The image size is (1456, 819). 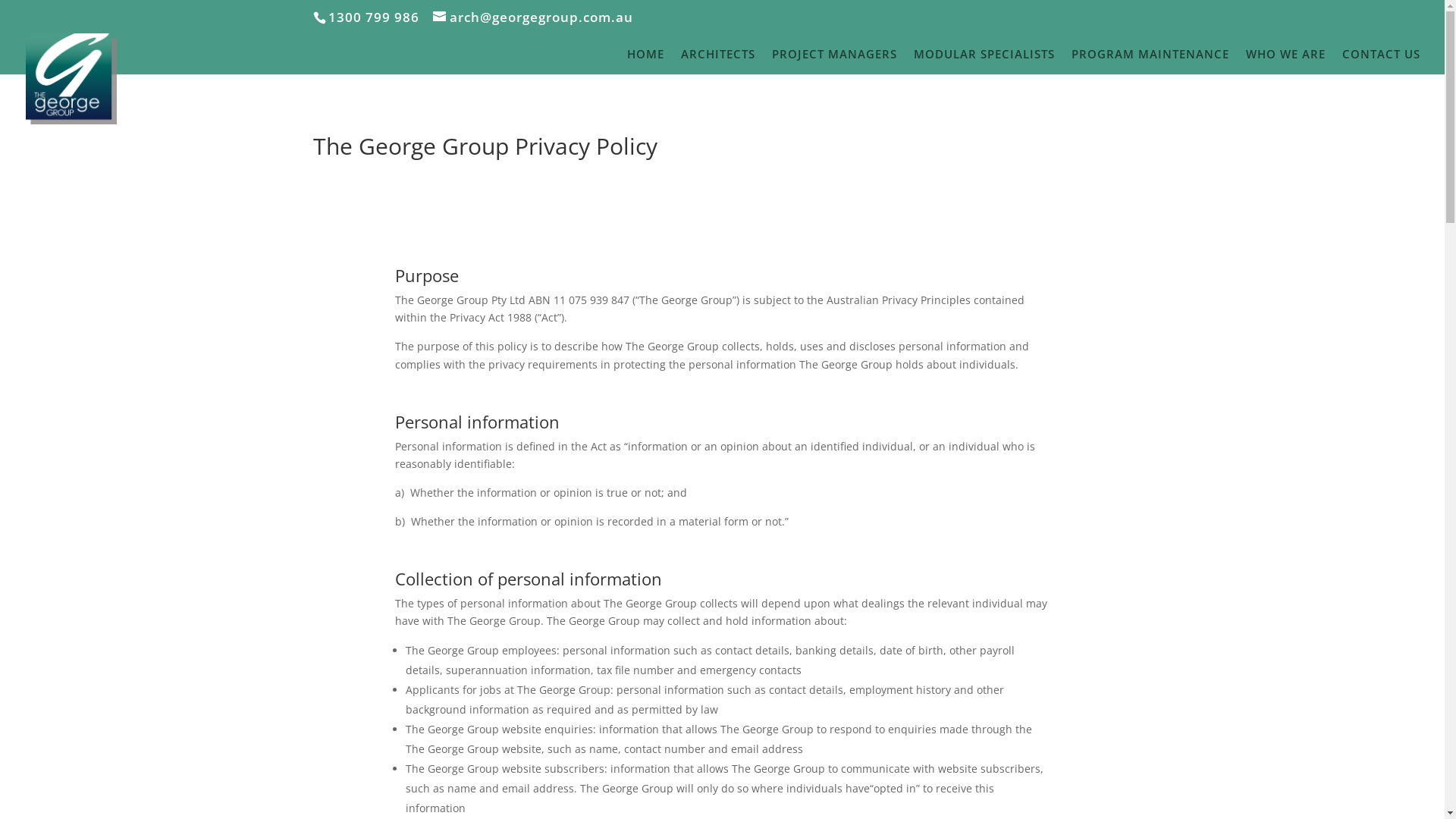 What do you see at coordinates (1285, 61) in the screenshot?
I see `'WHO WE ARE'` at bounding box center [1285, 61].